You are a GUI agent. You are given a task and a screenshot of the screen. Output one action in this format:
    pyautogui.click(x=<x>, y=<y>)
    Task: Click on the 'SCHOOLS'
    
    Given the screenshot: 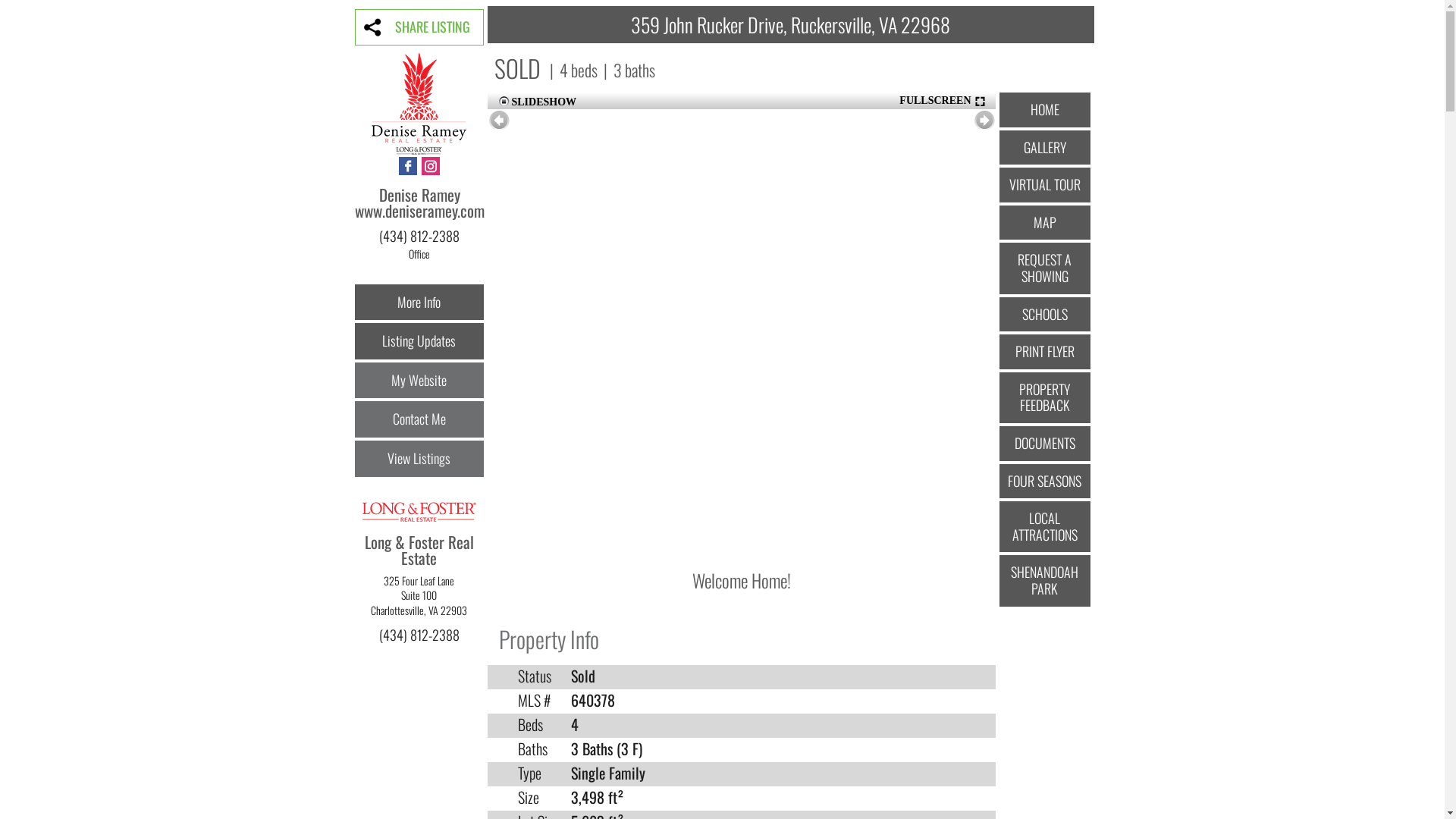 What is the action you would take?
    pyautogui.click(x=999, y=314)
    